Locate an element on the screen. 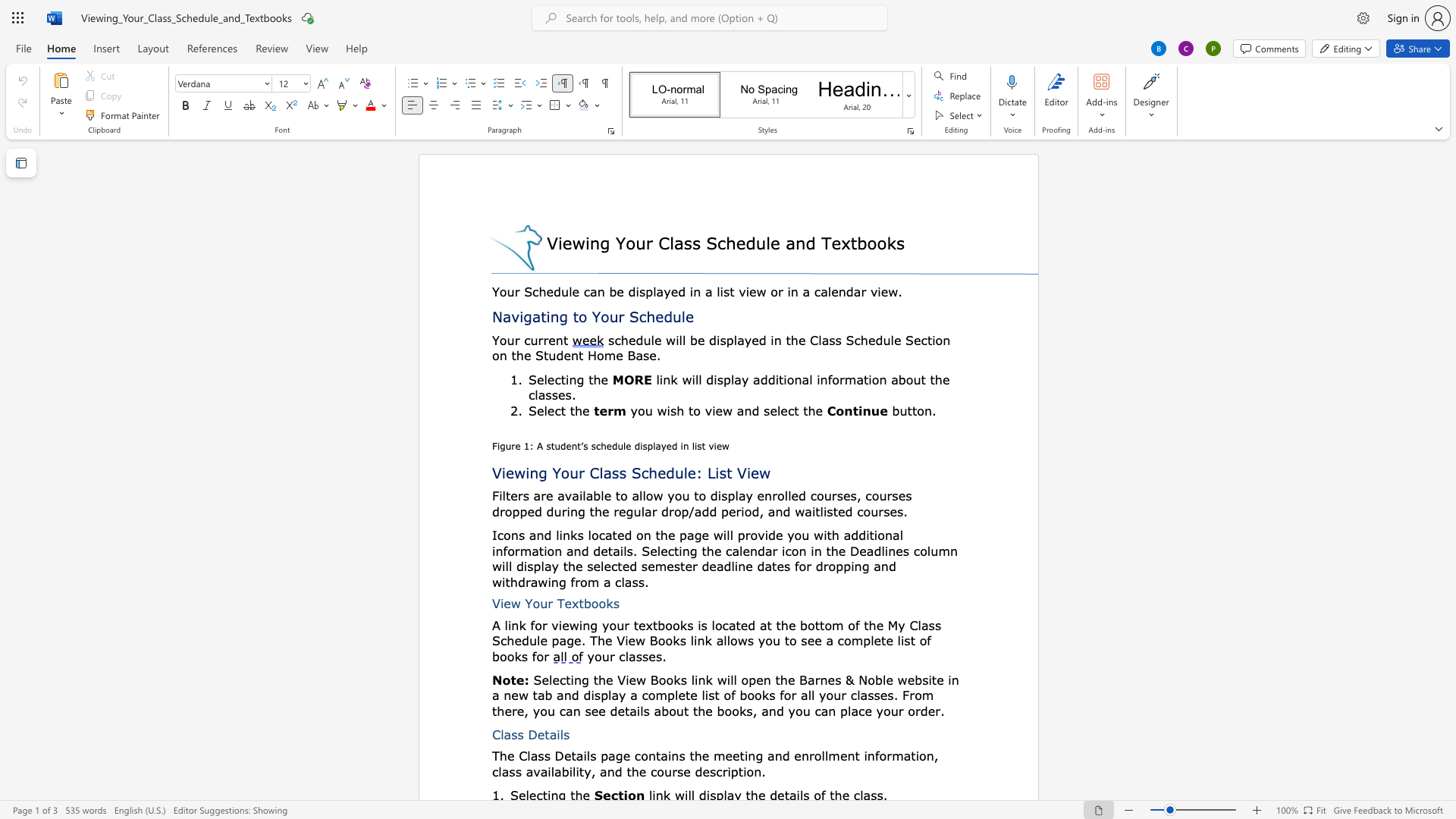 Image resolution: width=1456 pixels, height=819 pixels. the 2th character "g" in the text is located at coordinates (563, 315).